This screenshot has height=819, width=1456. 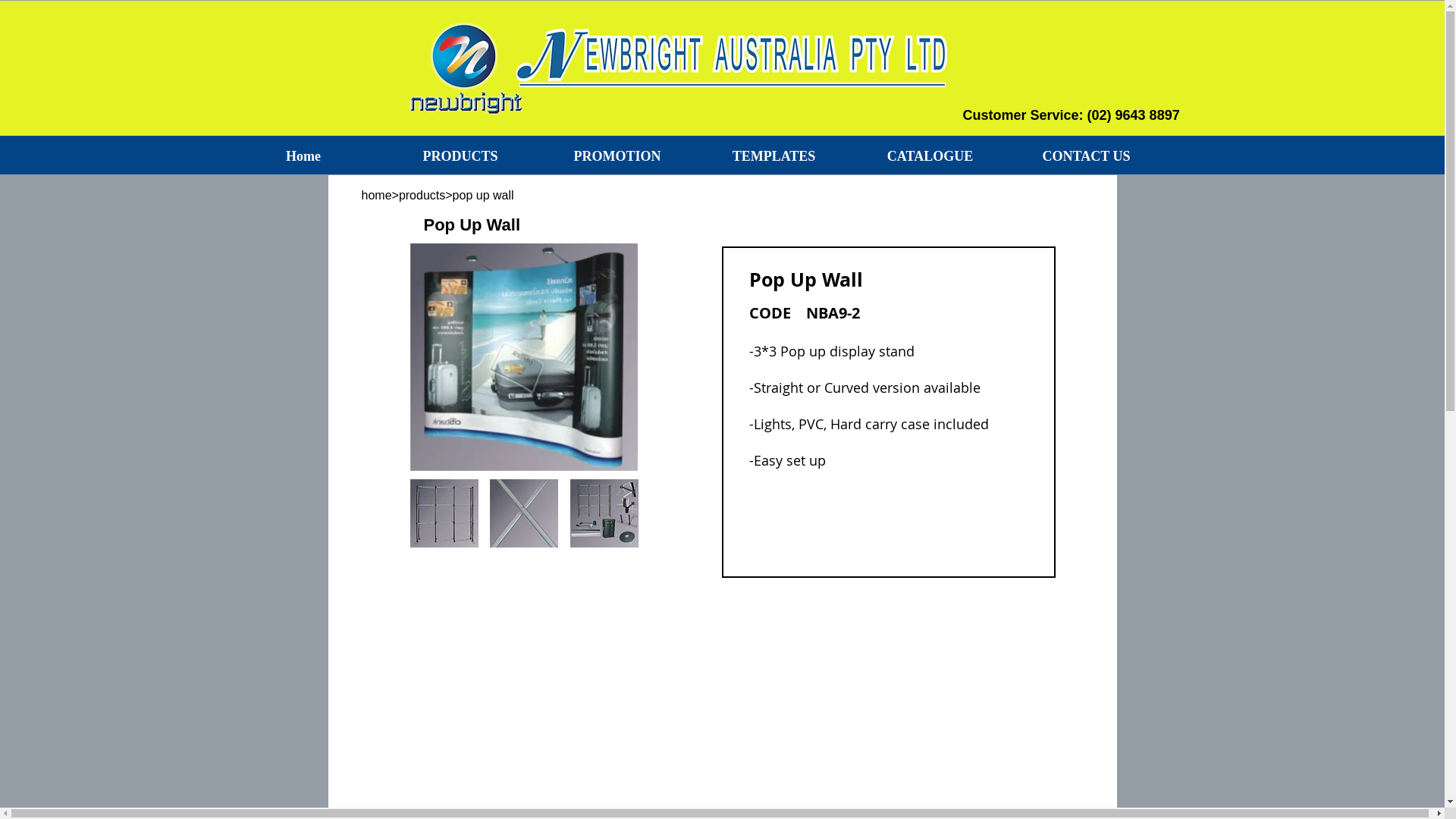 What do you see at coordinates (695, 155) in the screenshot?
I see `'TEMPLATES'` at bounding box center [695, 155].